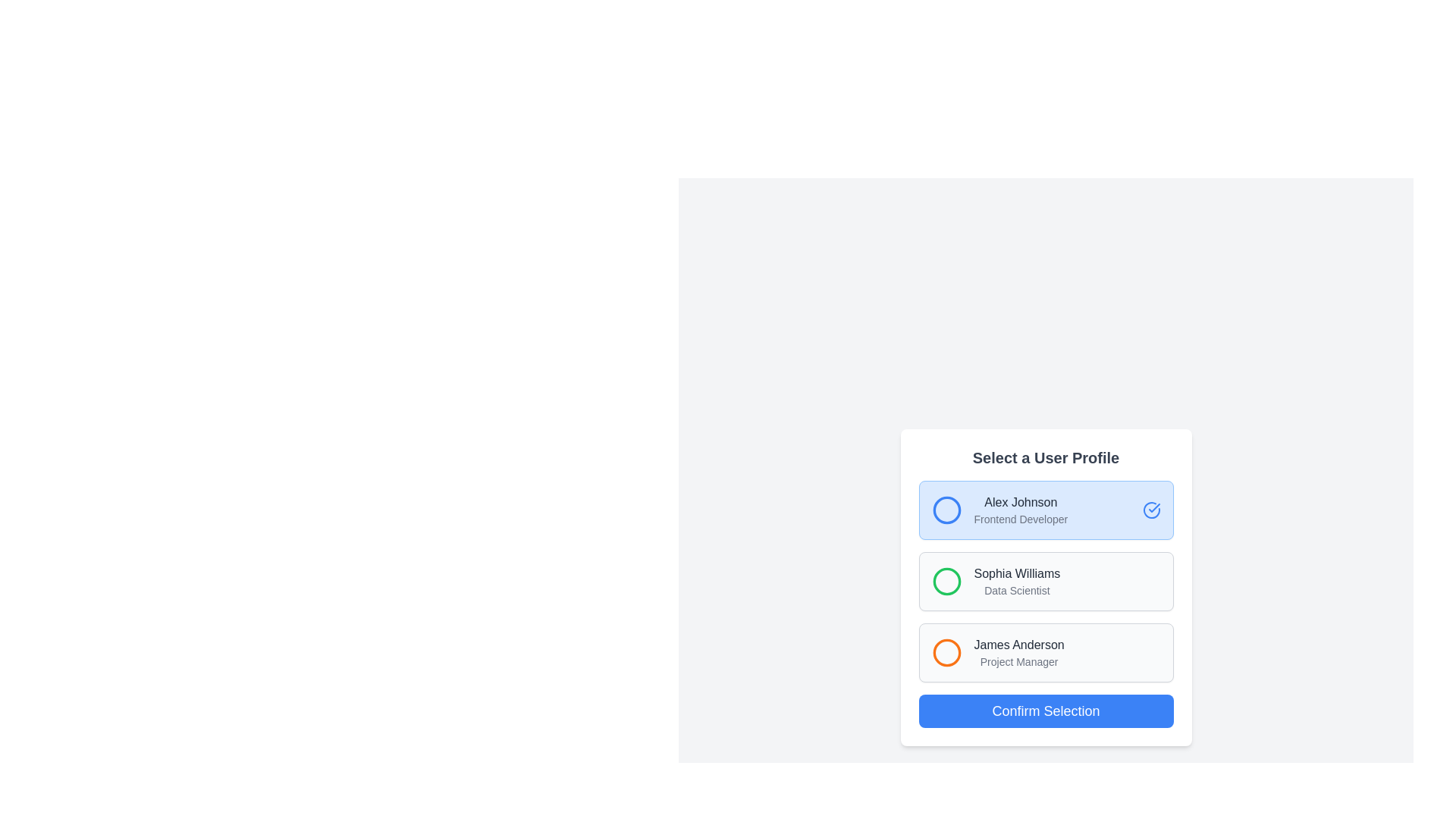  I want to click on the profile display and selection label that shows the user's name and role, which is the third item in a vertical list of profiles, located below 'Alex Johnson' and 'Sophia Williams', so click(1019, 651).